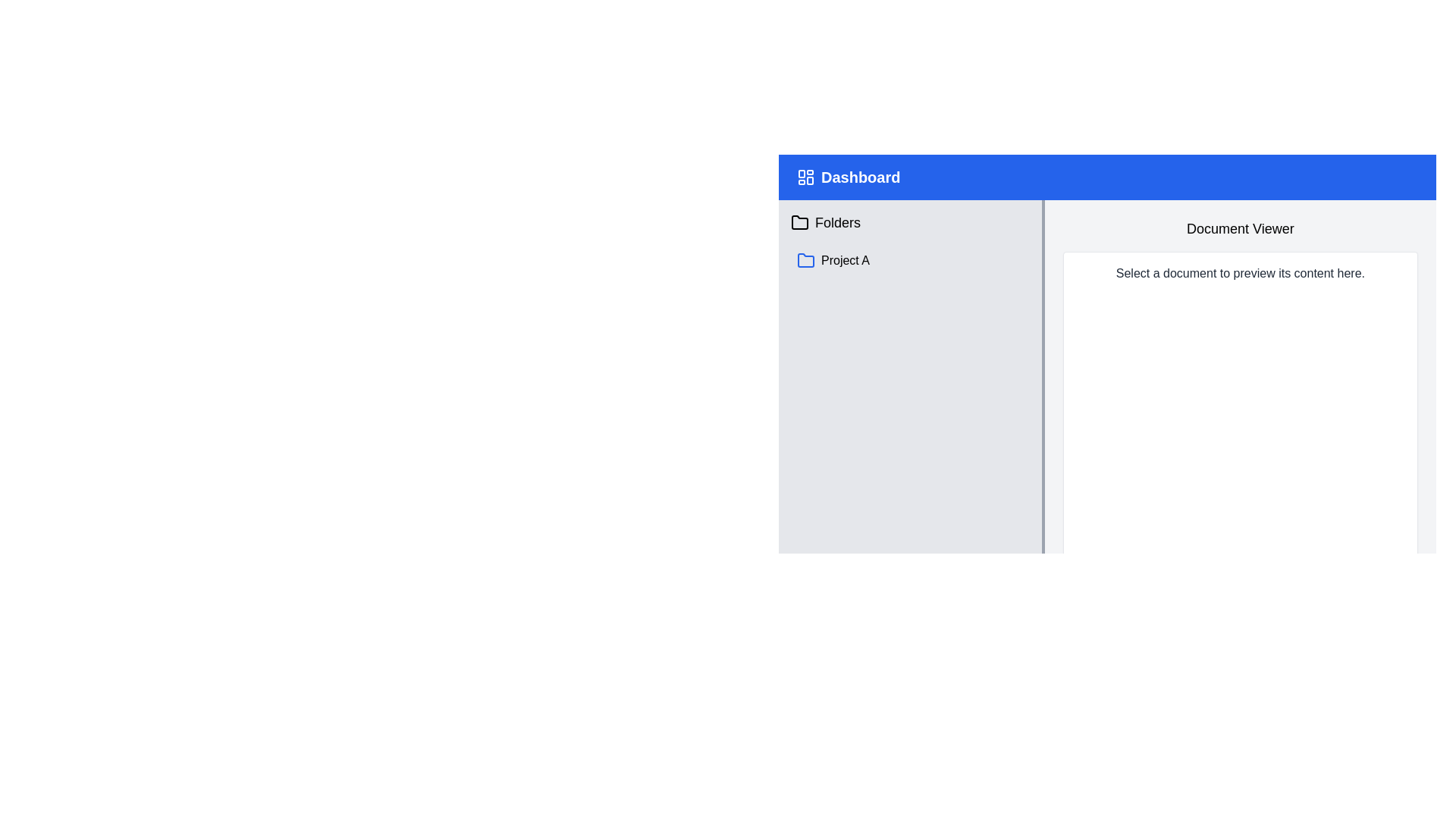 The height and width of the screenshot is (819, 1456). I want to click on the static label or header title indicating the 'Dashboard' section, located in the top-left segment of the blue header bar, so click(848, 177).